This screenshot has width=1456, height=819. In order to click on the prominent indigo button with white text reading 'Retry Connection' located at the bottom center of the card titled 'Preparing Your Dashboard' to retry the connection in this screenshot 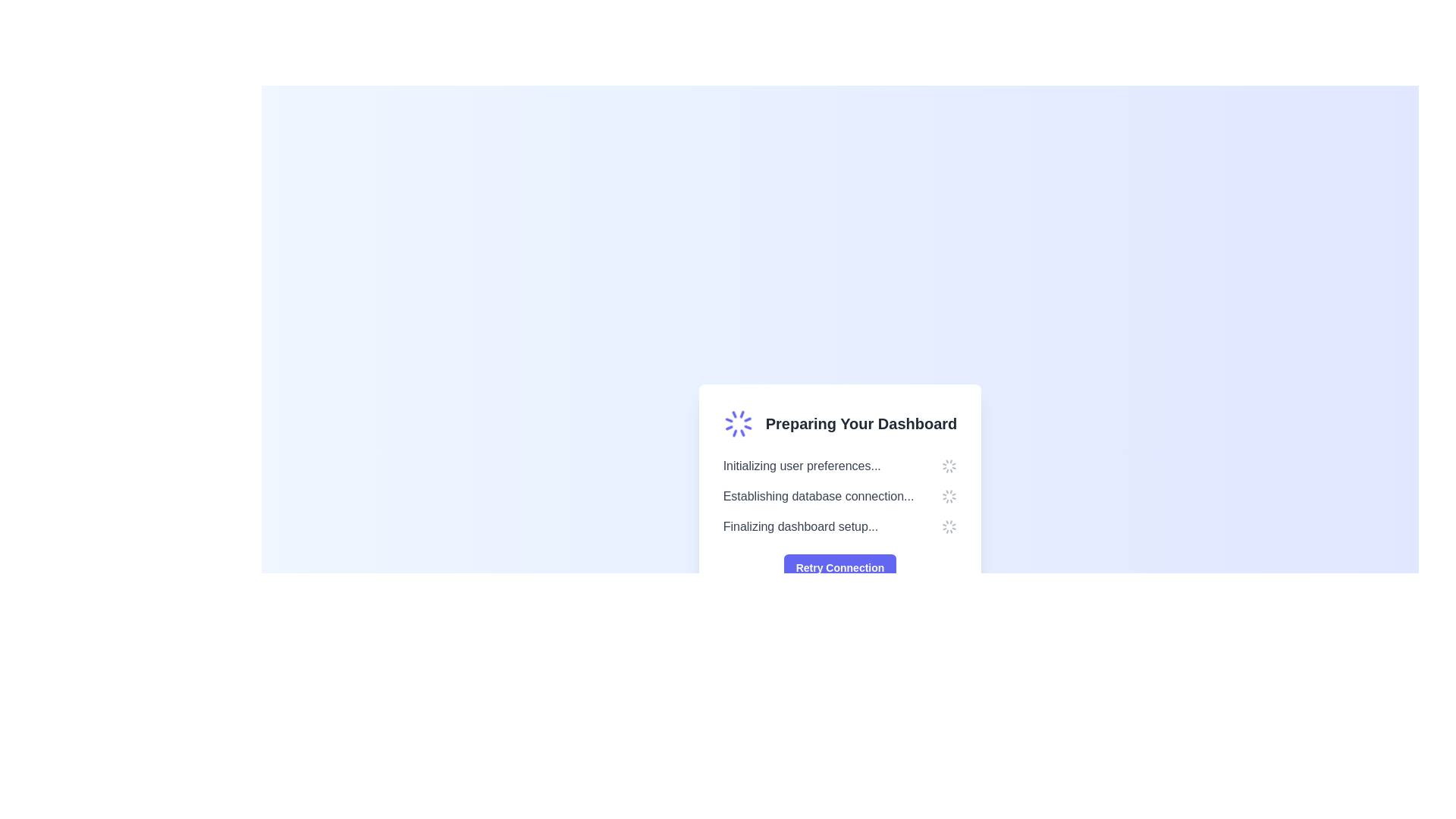, I will do `click(839, 567)`.